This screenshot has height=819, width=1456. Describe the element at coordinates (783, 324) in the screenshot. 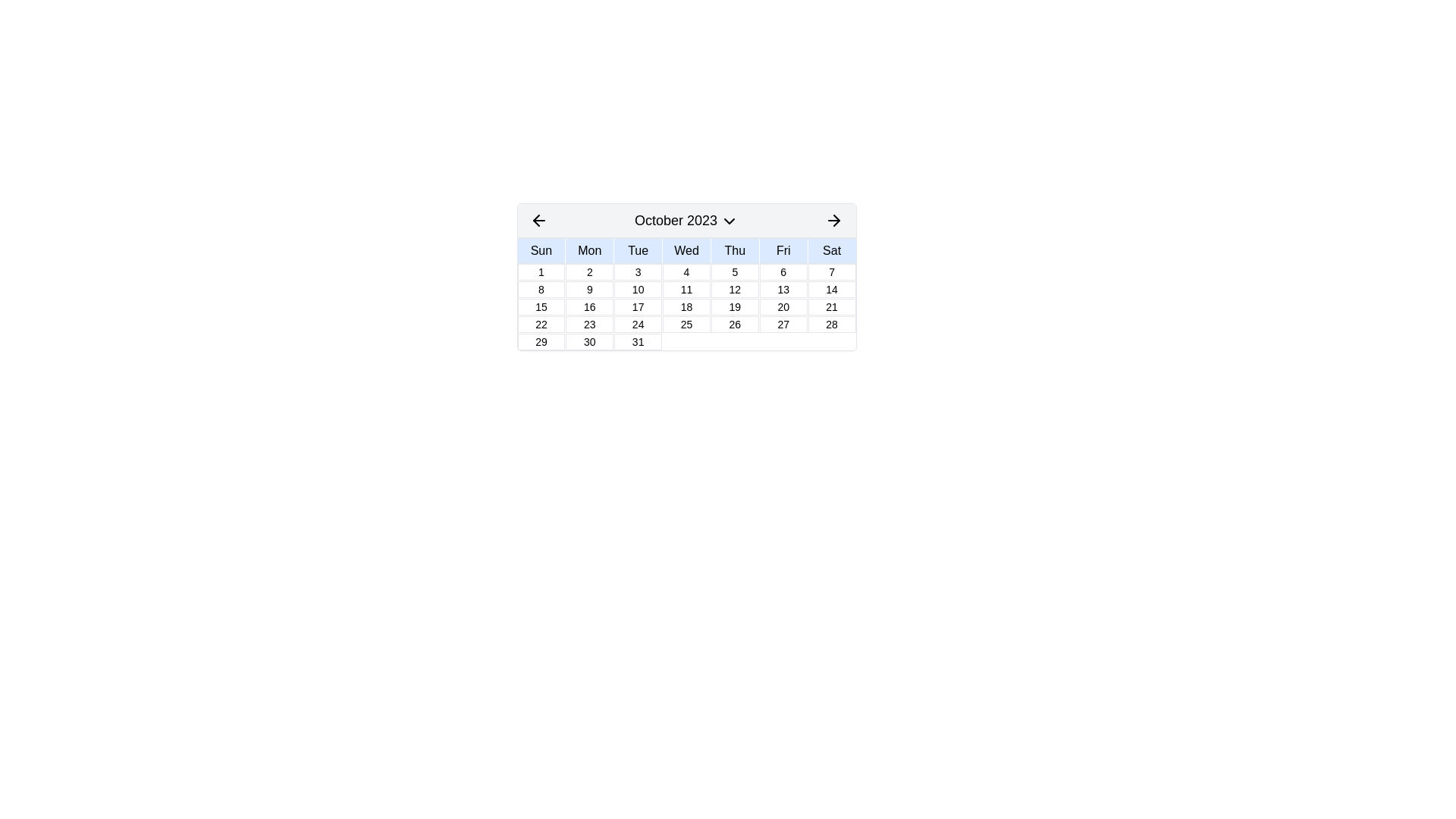

I see `the rectangular cell in the calendar grid that contains the text '27'` at that location.